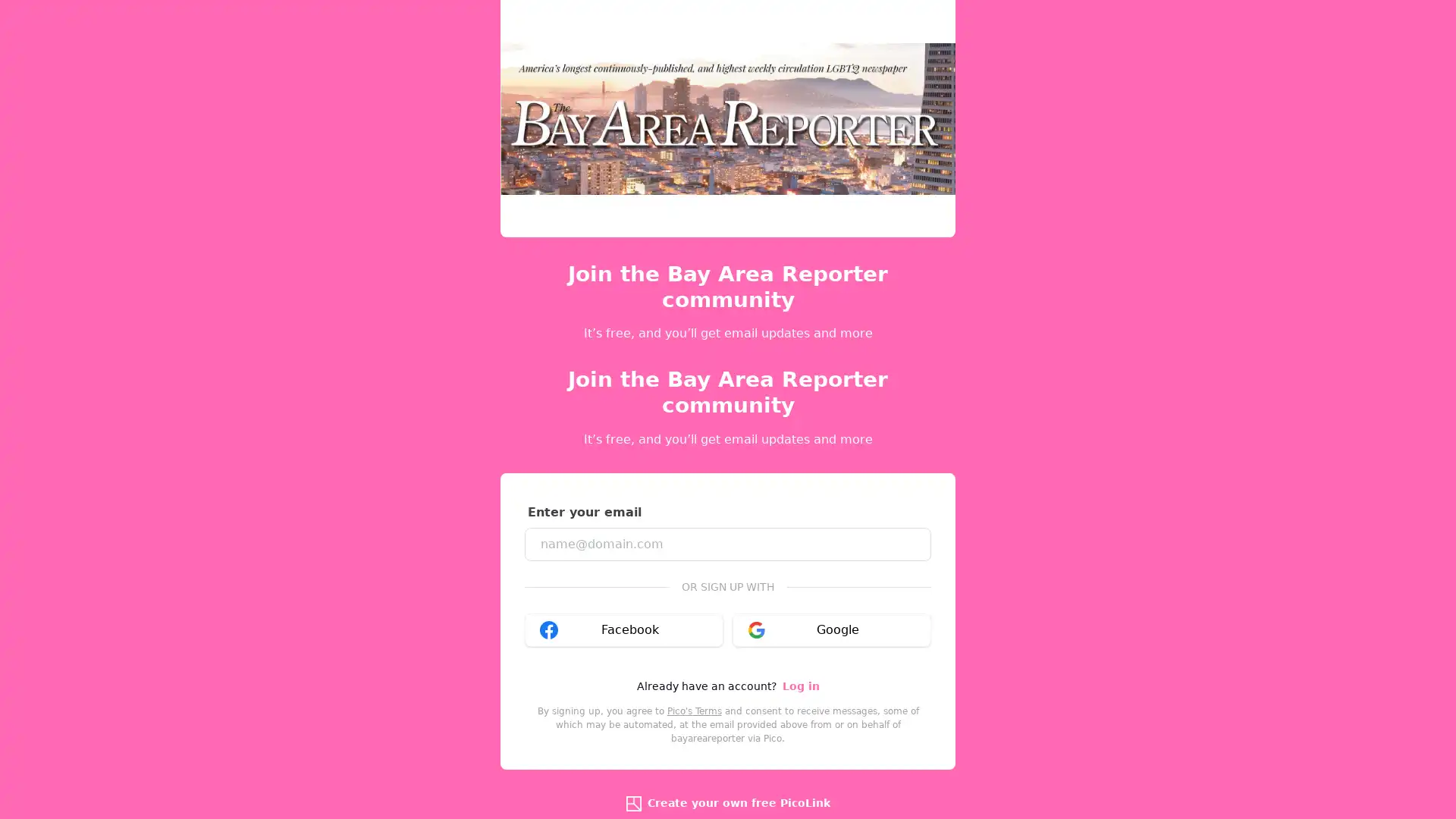  What do you see at coordinates (728, 684) in the screenshot?
I see `Sign up` at bounding box center [728, 684].